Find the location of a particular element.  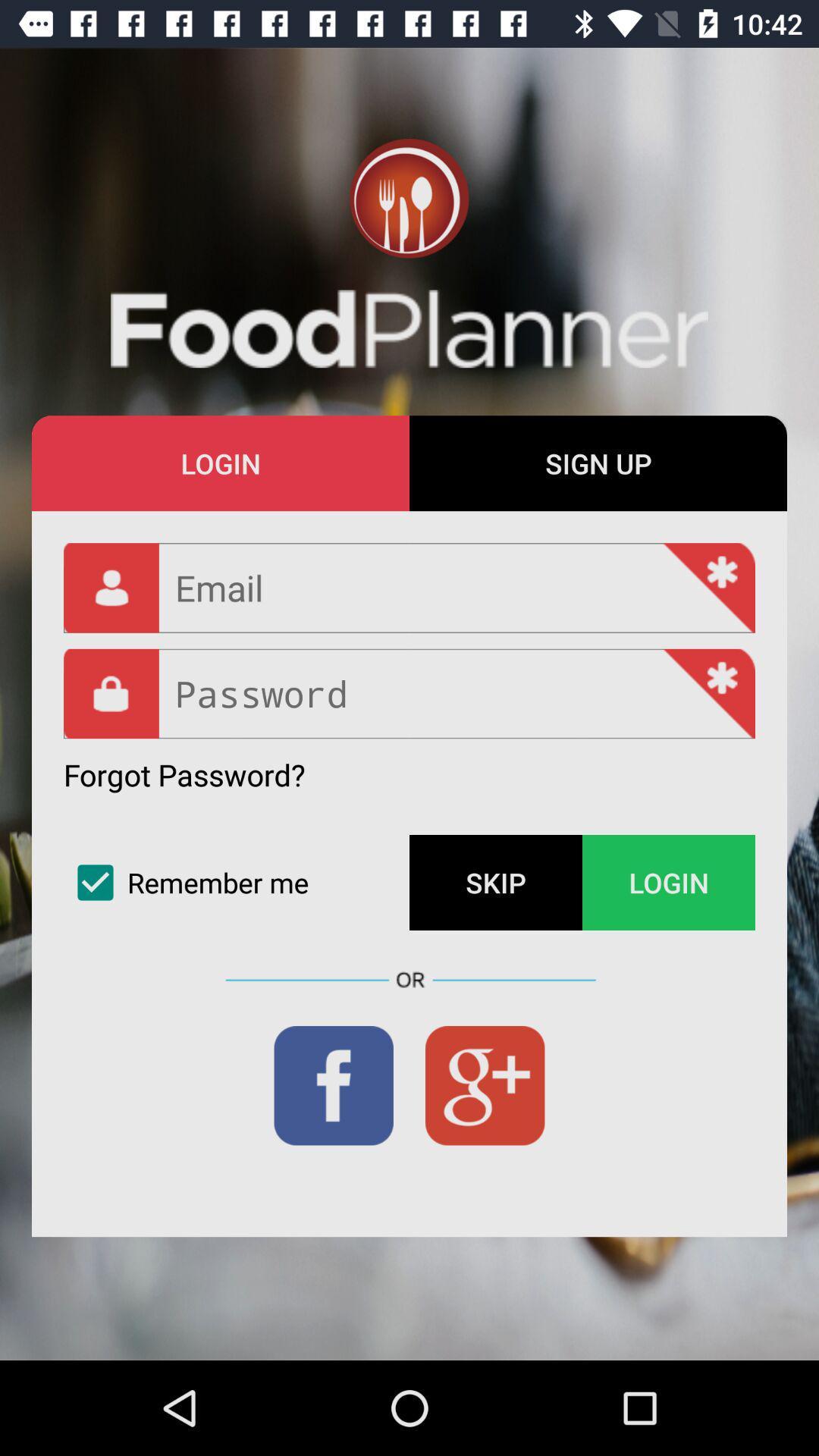

the item next to login is located at coordinates (598, 463).